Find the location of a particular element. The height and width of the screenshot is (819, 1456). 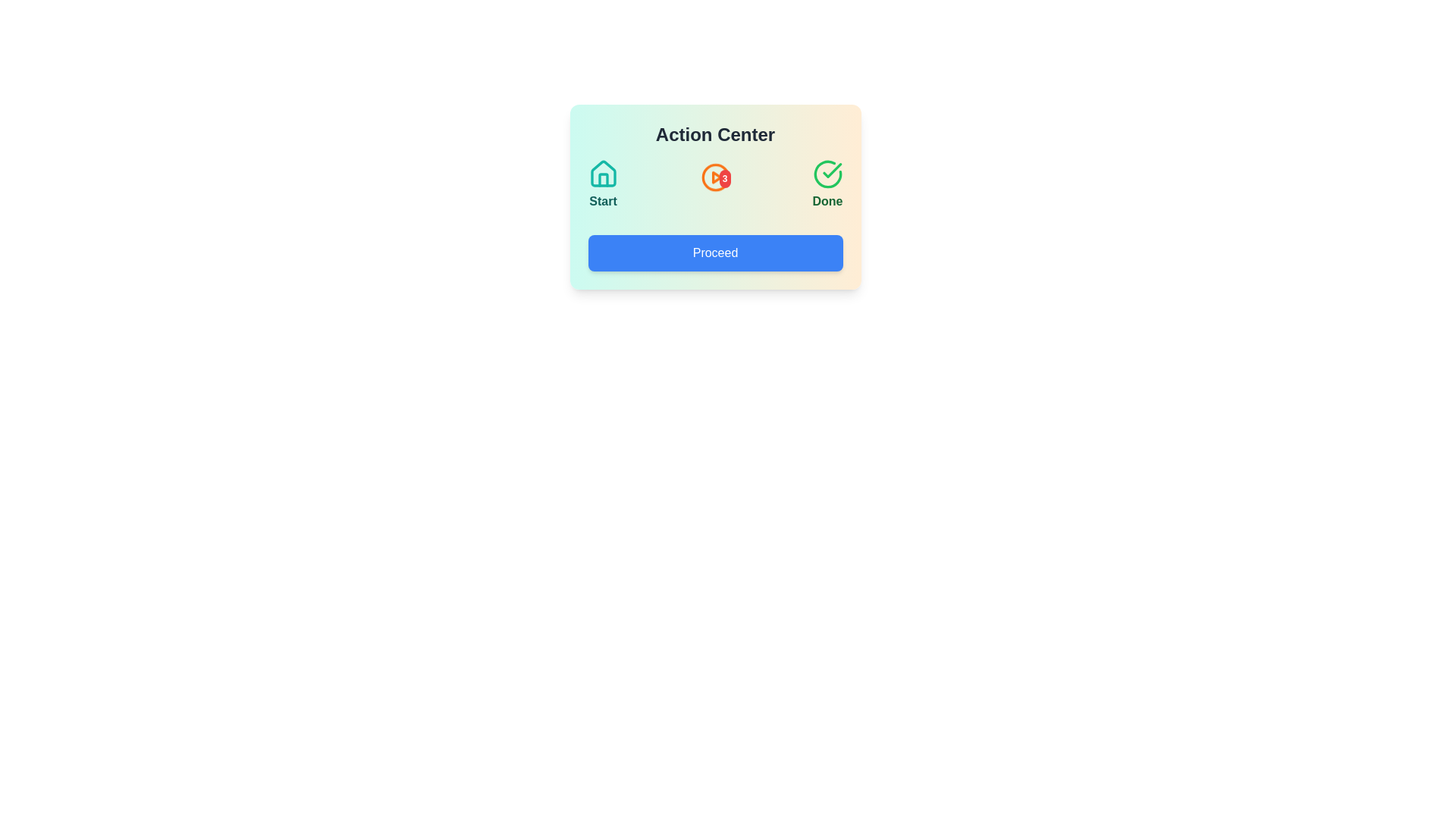

the stylized house icon represented by a teal-colored line, located above the label 'Start' and left of the 'Done' icon in the 'Action Center' card is located at coordinates (602, 174).